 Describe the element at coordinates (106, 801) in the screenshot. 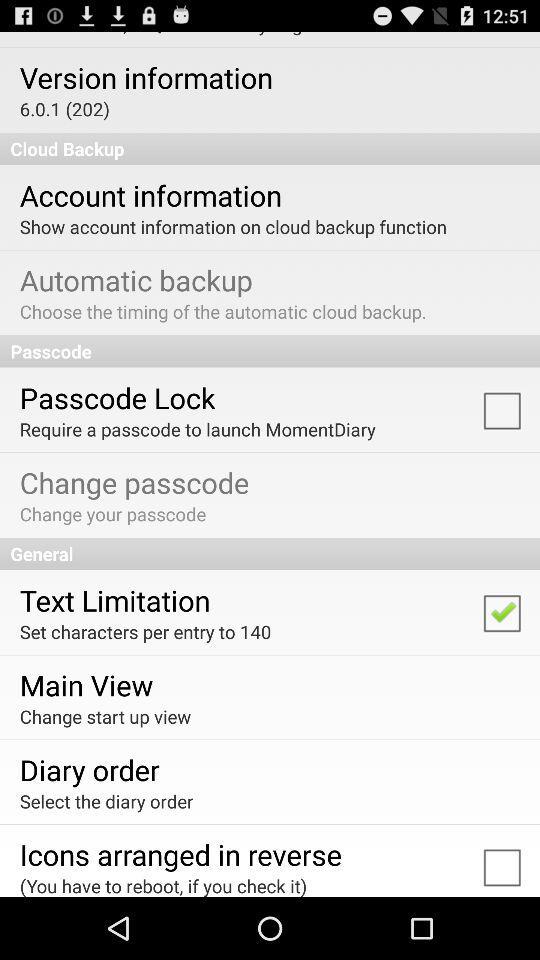

I see `the item above icons arranged in app` at that location.